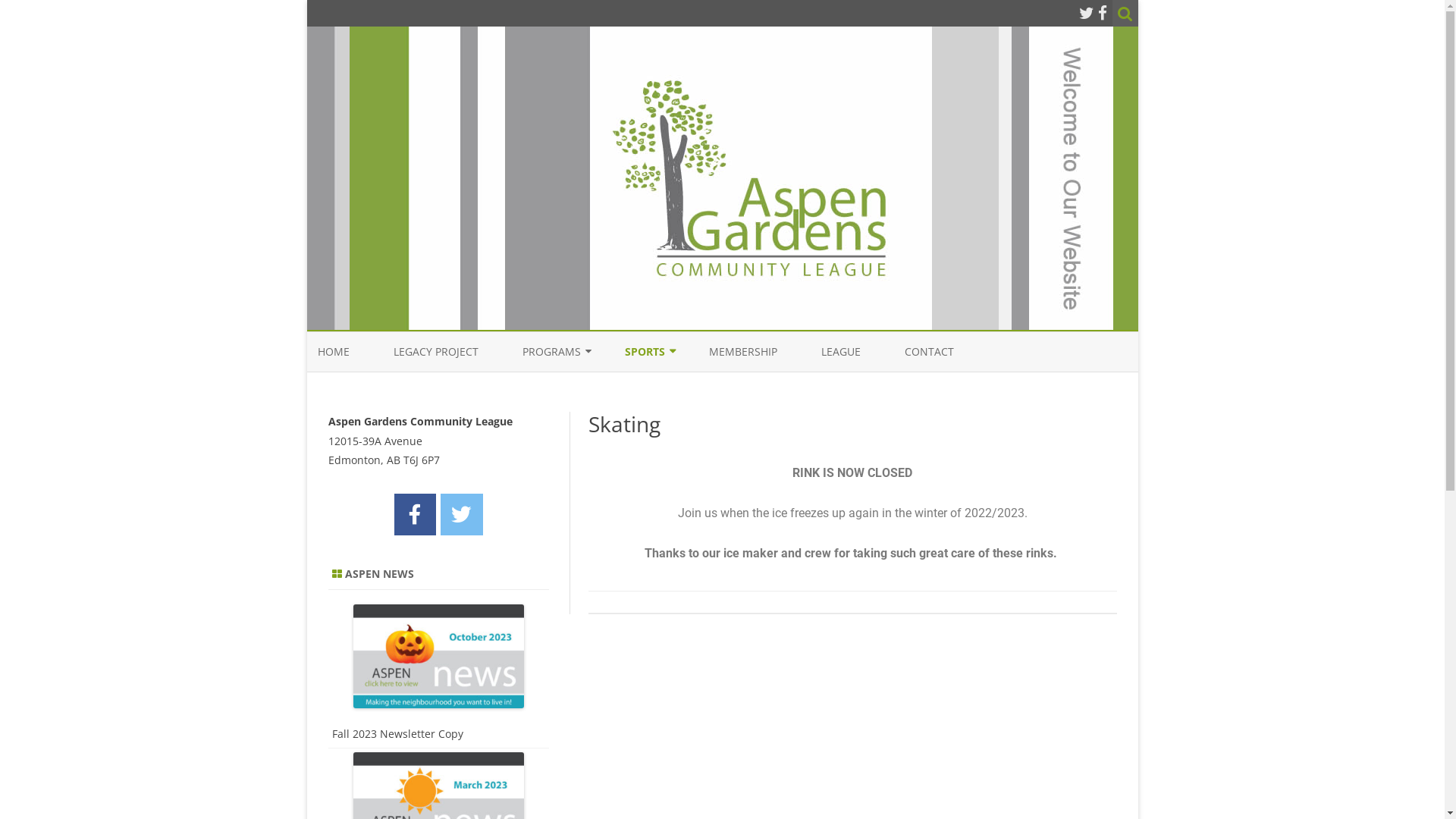  I want to click on 'MEMBERSHIP', so click(742, 351).